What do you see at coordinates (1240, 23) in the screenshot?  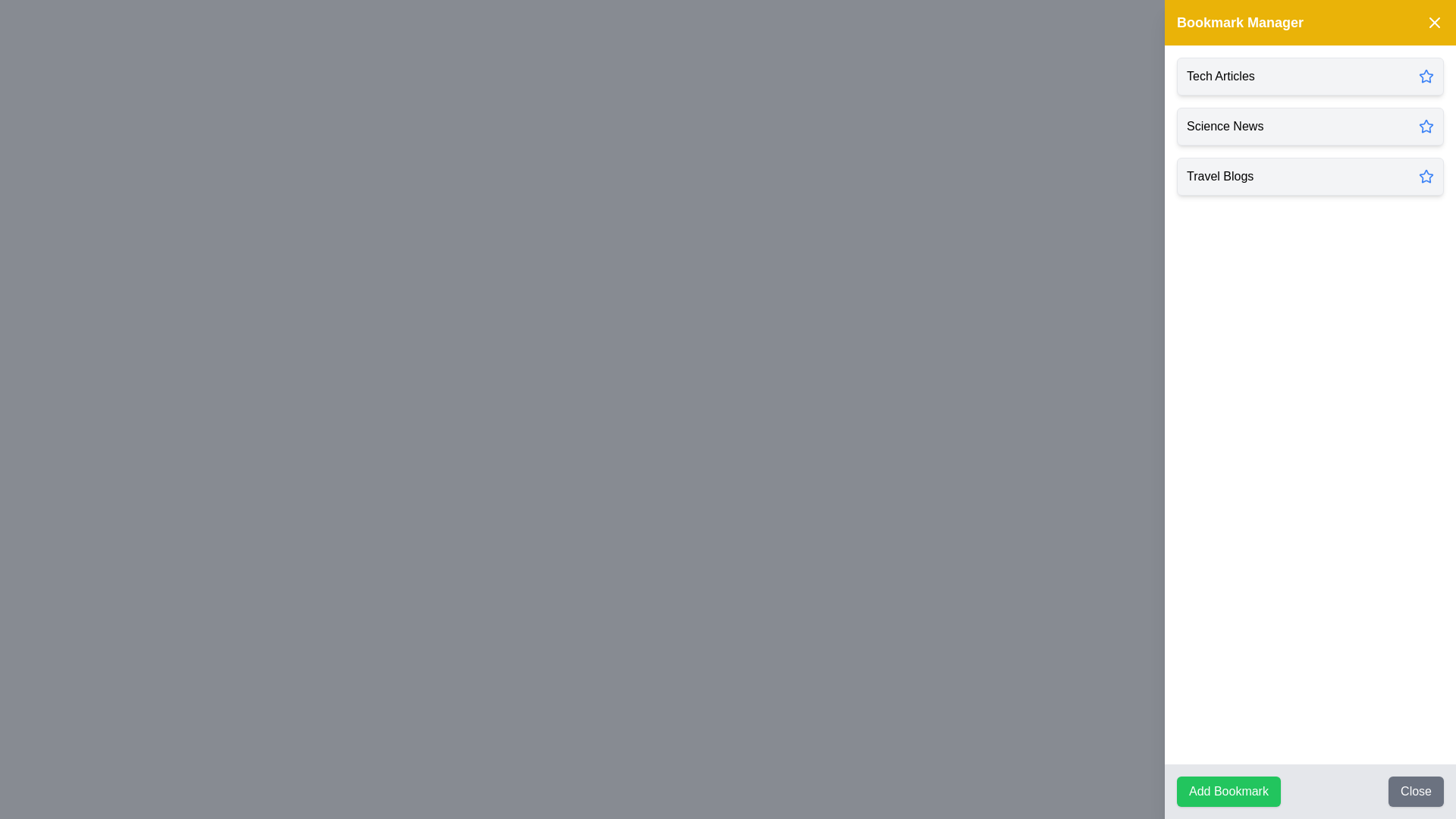 I see `the 'Bookmark Manager' text label, which is styled with a bold font on a yellow background and located in the top-left corner of the header area` at bounding box center [1240, 23].